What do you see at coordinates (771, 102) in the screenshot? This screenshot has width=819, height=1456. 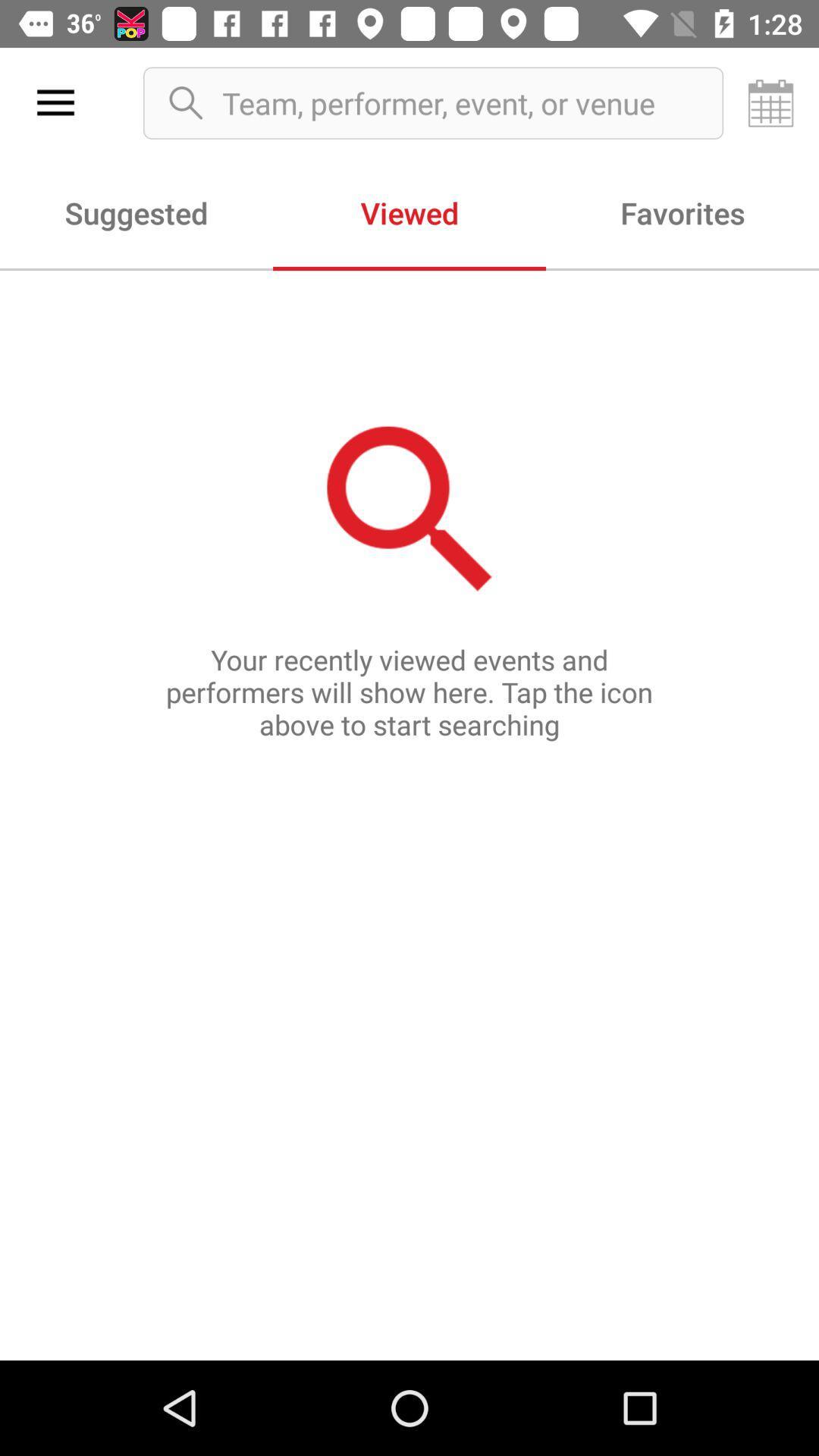 I see `the icon above favorites item` at bounding box center [771, 102].